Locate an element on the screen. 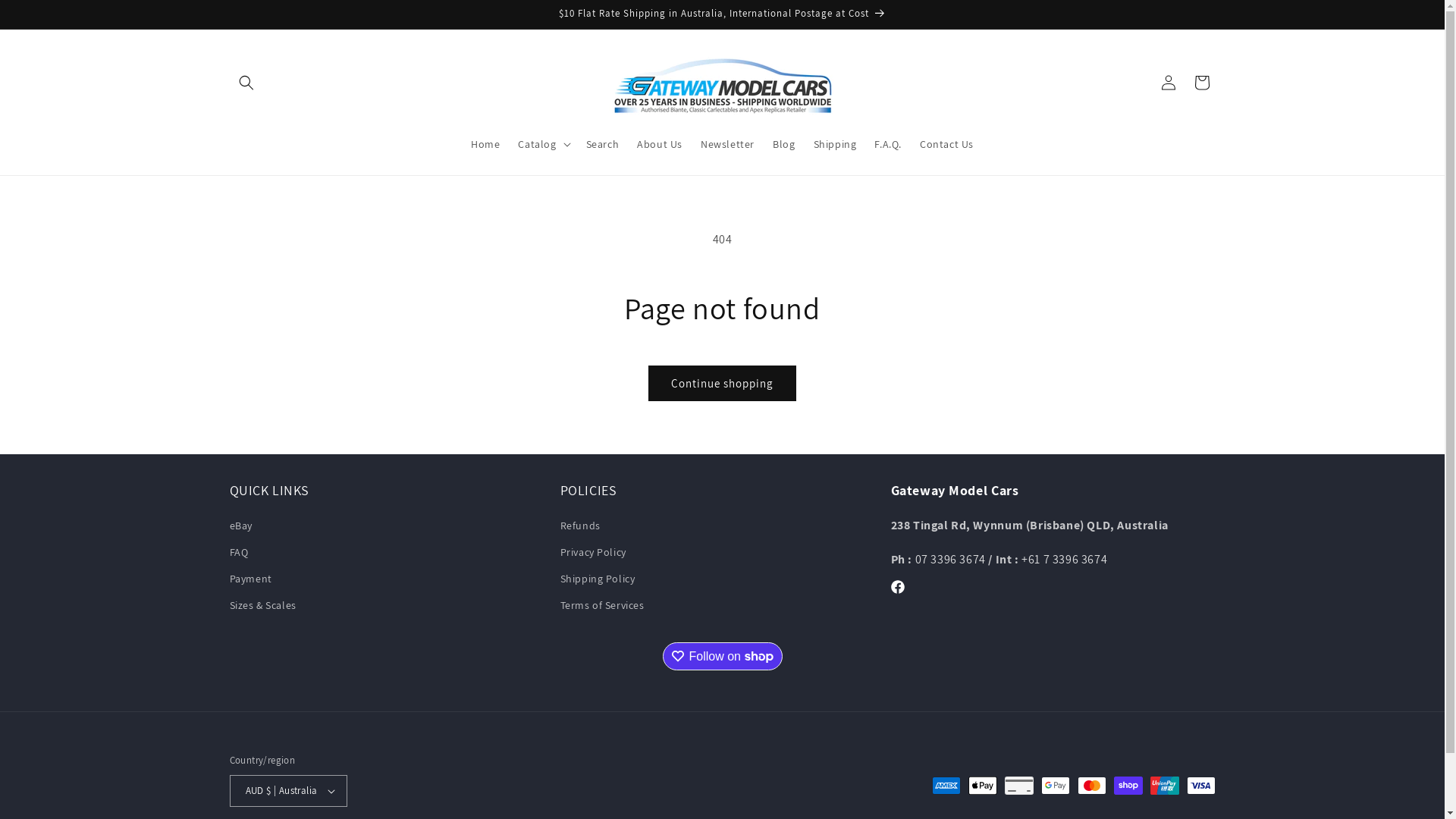  'Blog' is located at coordinates (783, 143).